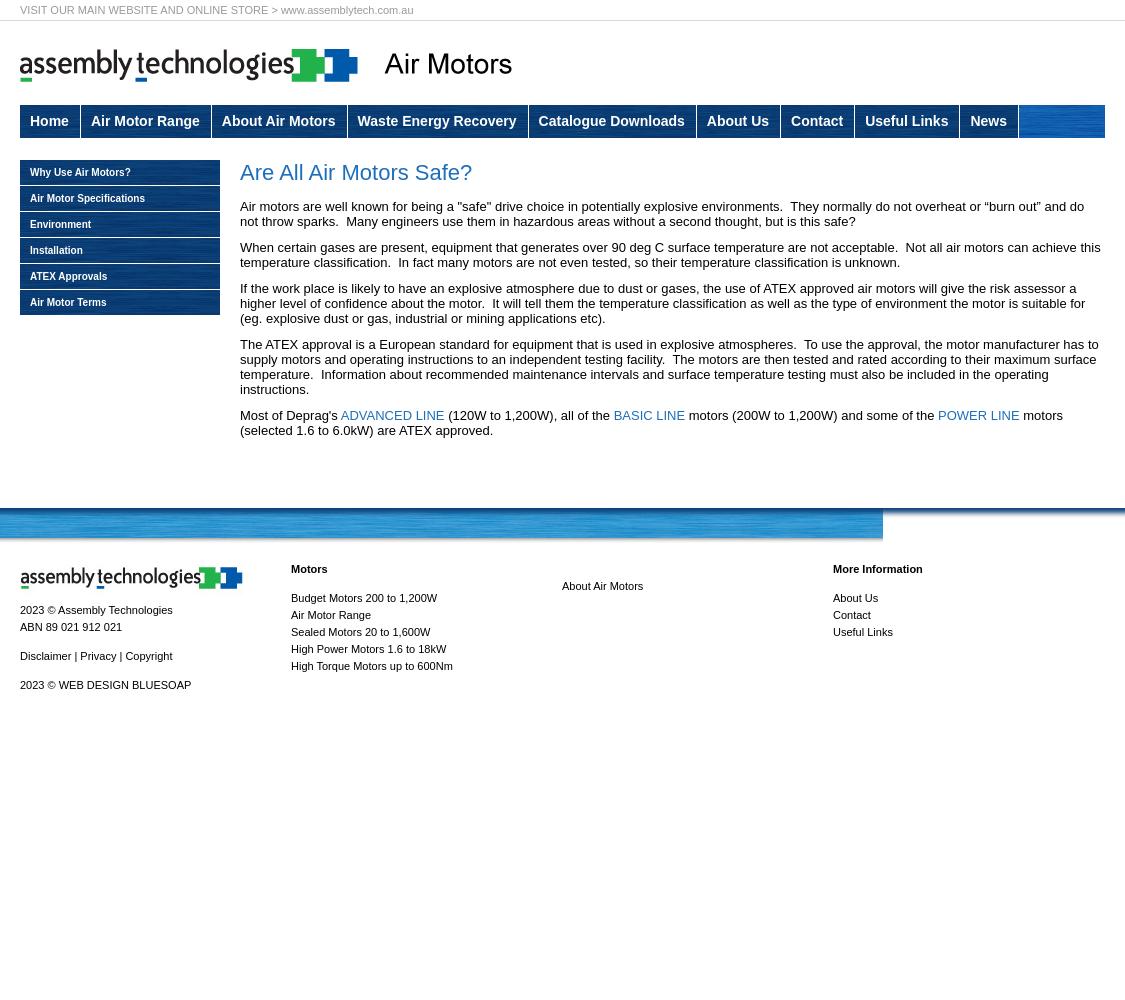  I want to click on 'Motors', so click(308, 568).